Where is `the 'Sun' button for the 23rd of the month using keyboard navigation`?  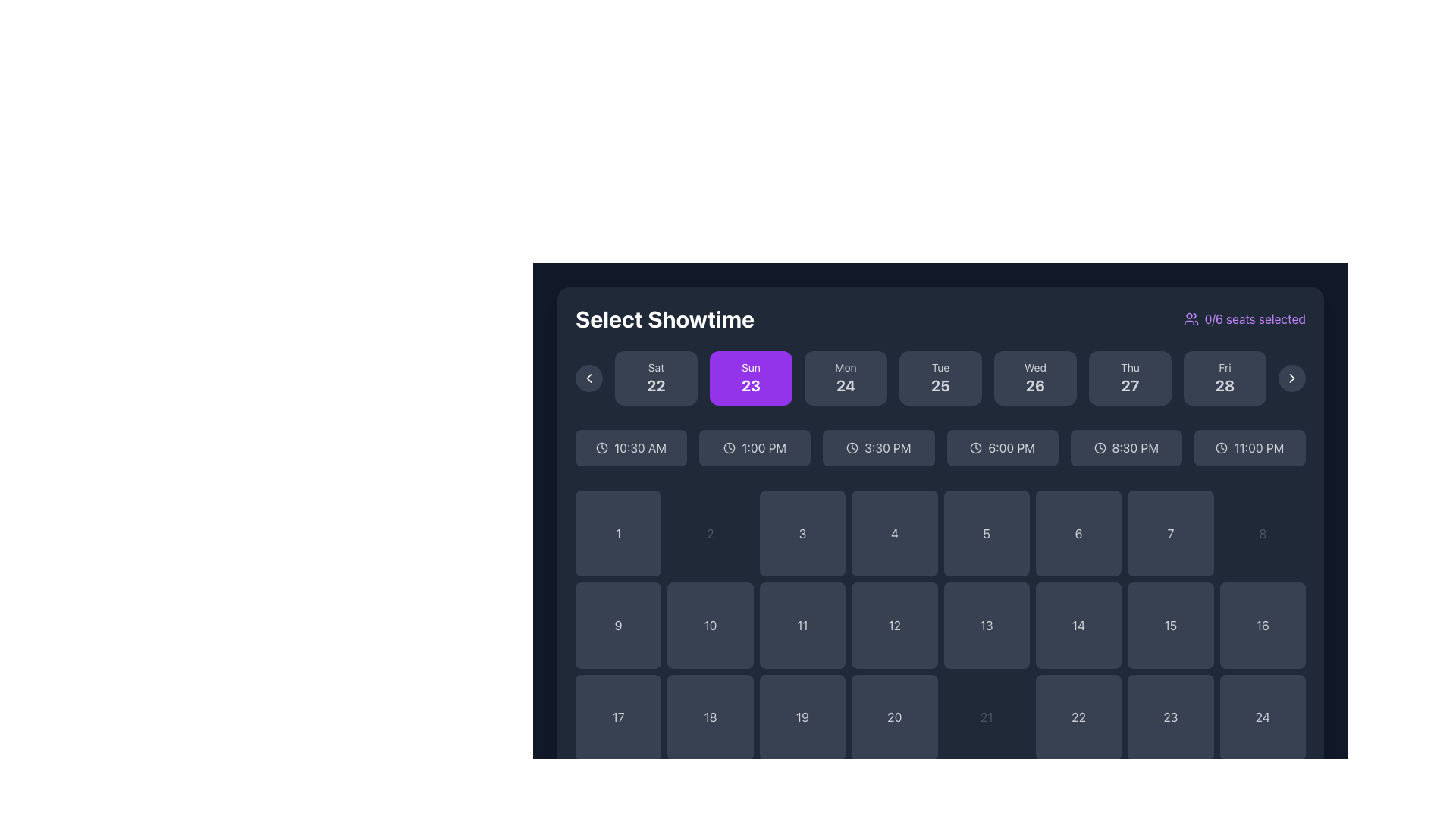 the 'Sun' button for the 23rd of the month using keyboard navigation is located at coordinates (751, 377).